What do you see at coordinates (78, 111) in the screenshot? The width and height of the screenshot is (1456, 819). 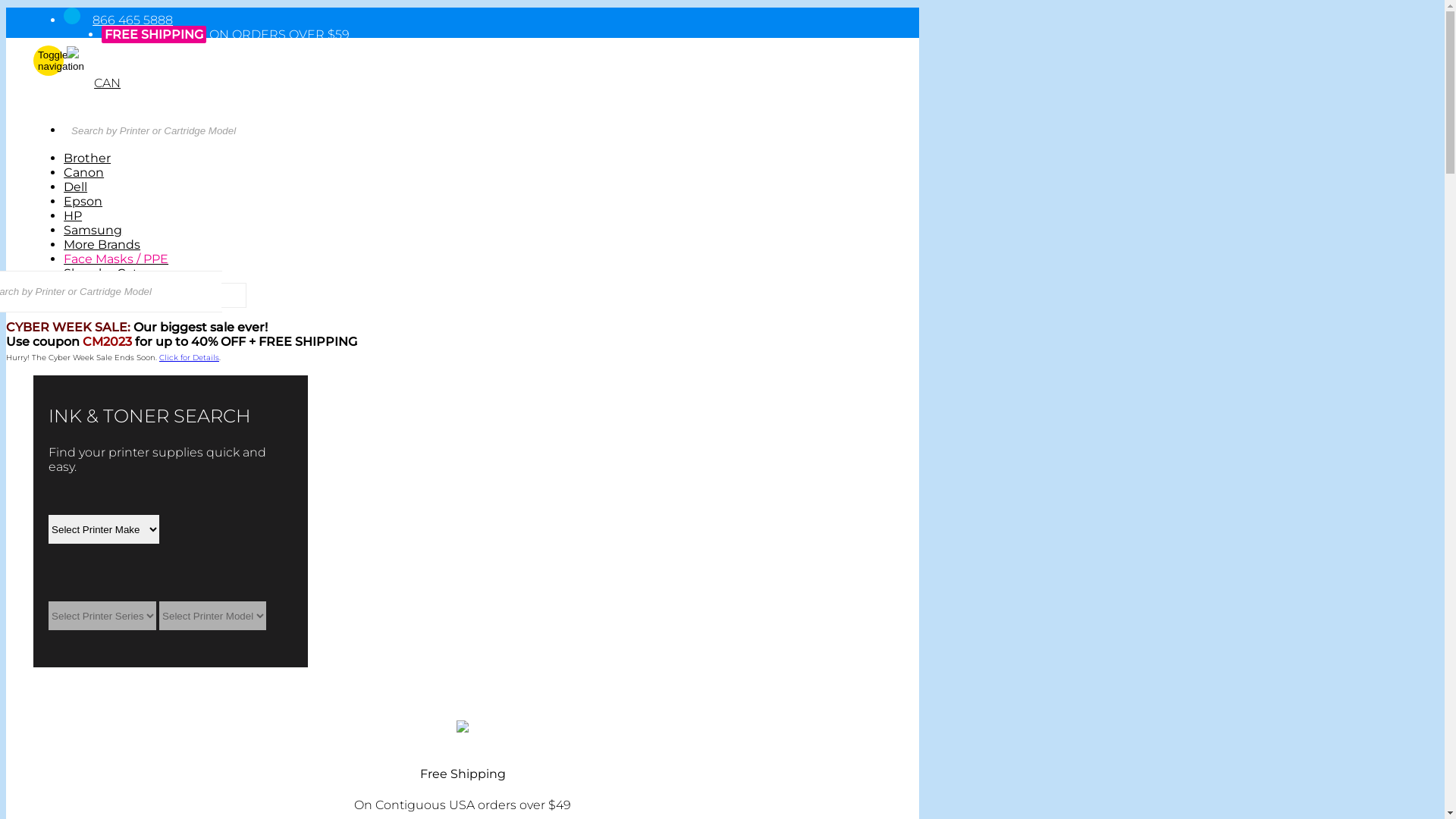 I see `'  Cart'` at bounding box center [78, 111].